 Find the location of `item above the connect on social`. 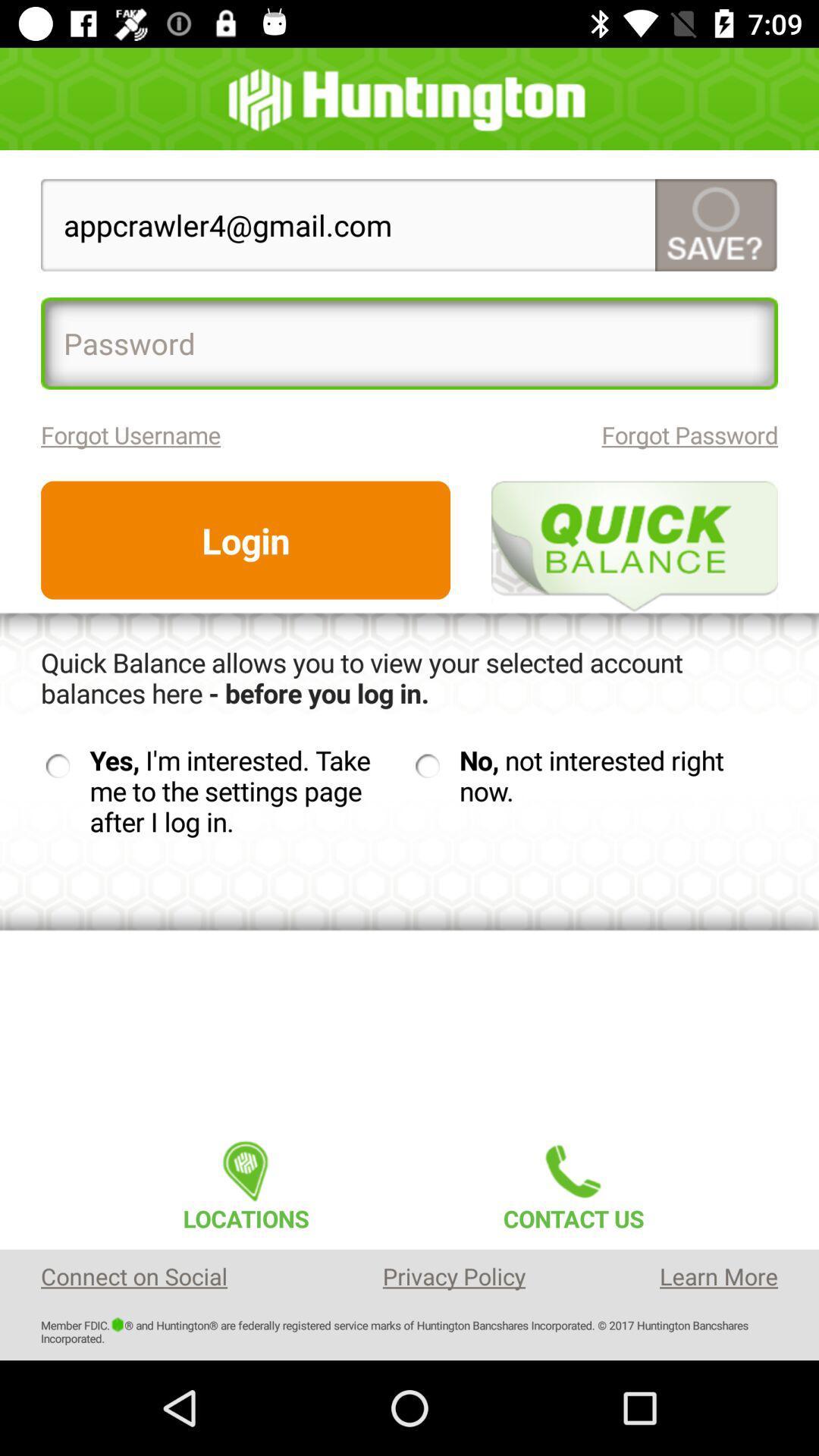

item above the connect on social is located at coordinates (245, 1181).